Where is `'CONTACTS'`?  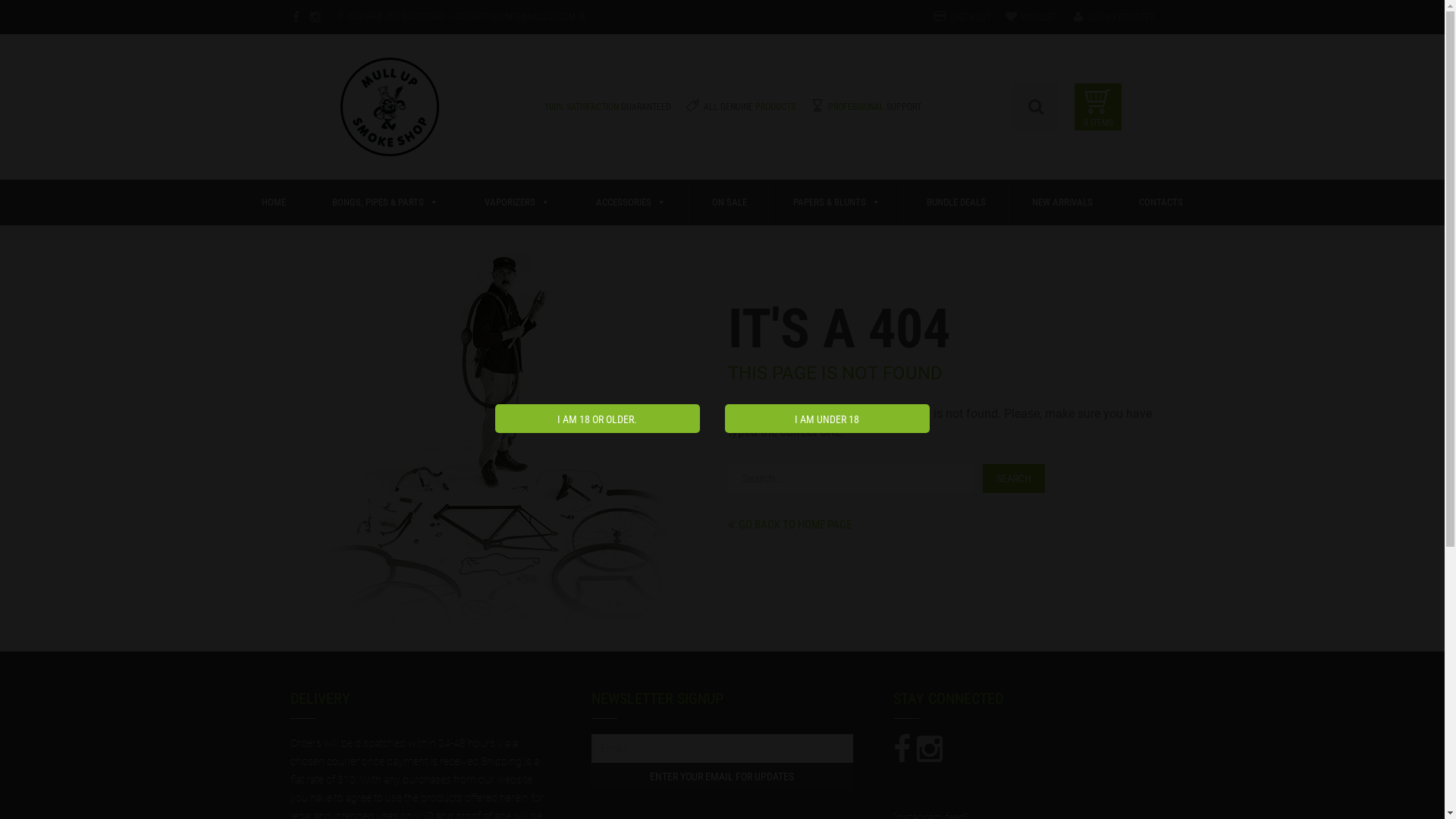 'CONTACTS' is located at coordinates (1160, 201).